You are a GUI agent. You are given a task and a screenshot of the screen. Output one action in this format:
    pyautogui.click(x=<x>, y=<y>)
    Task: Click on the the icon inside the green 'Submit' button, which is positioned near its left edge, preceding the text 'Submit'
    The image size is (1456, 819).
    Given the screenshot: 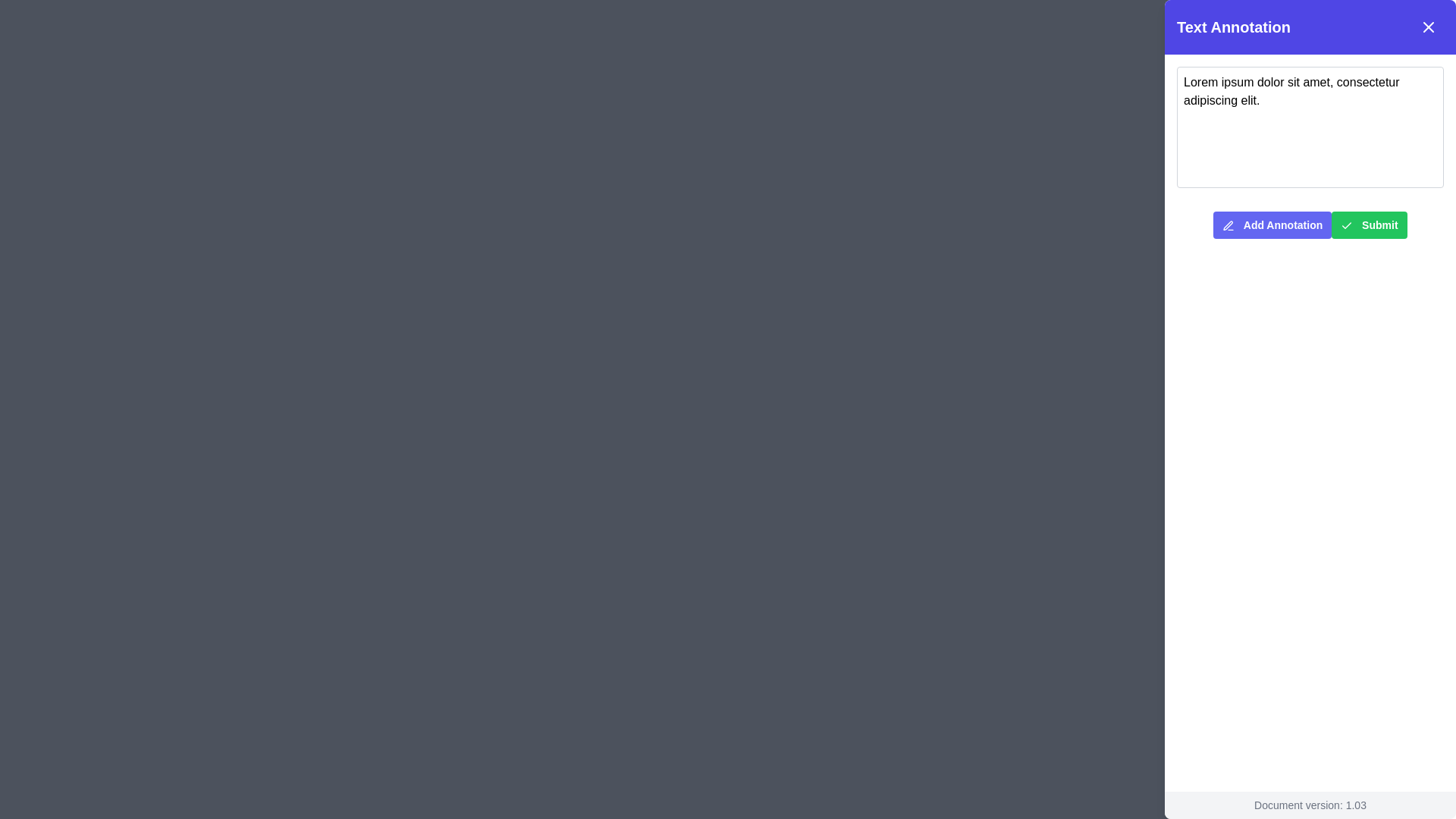 What is the action you would take?
    pyautogui.click(x=1347, y=226)
    